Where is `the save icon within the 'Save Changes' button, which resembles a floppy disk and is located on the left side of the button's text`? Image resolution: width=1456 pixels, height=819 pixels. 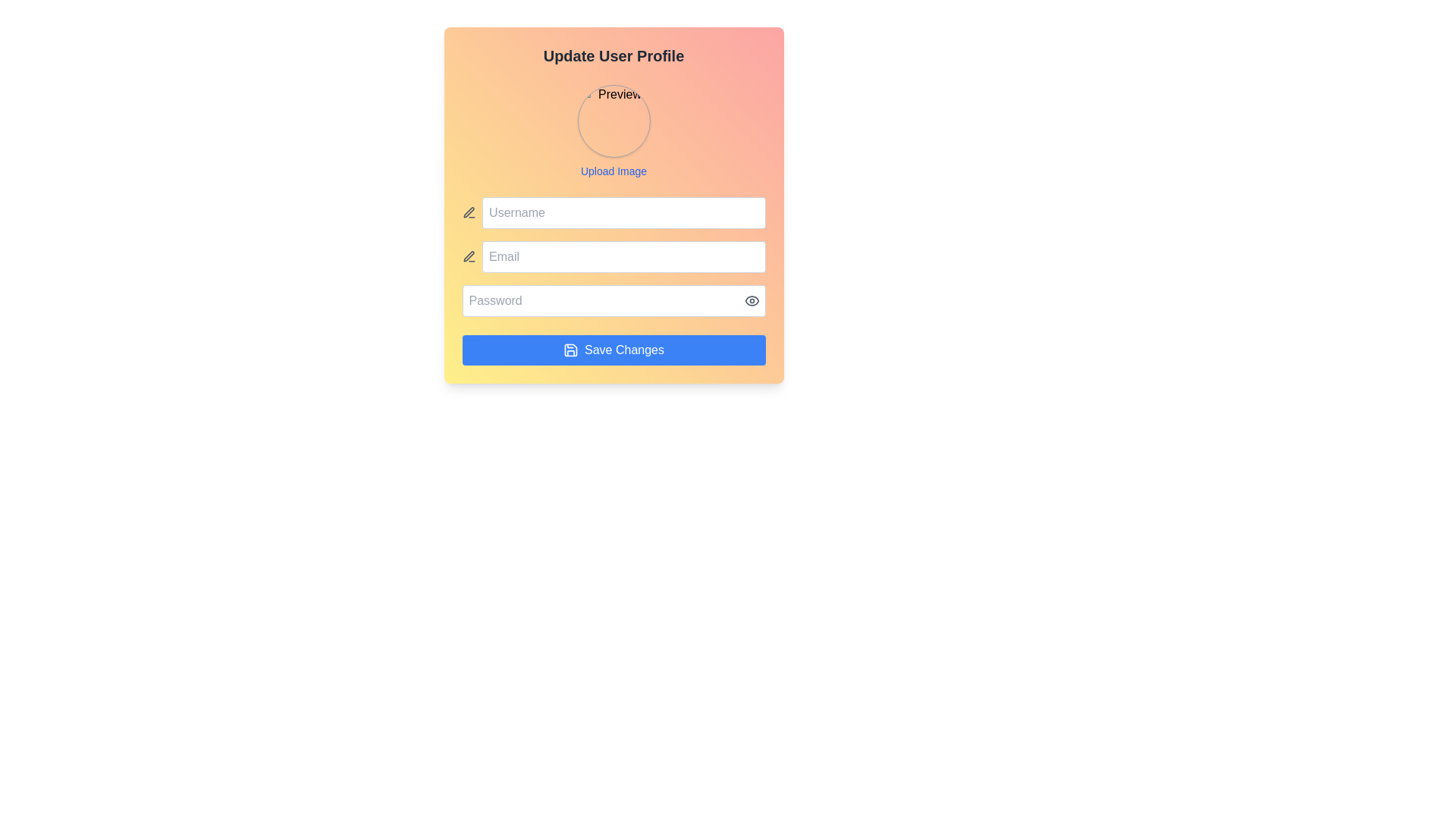 the save icon within the 'Save Changes' button, which resembles a floppy disk and is located on the left side of the button's text is located at coordinates (570, 350).